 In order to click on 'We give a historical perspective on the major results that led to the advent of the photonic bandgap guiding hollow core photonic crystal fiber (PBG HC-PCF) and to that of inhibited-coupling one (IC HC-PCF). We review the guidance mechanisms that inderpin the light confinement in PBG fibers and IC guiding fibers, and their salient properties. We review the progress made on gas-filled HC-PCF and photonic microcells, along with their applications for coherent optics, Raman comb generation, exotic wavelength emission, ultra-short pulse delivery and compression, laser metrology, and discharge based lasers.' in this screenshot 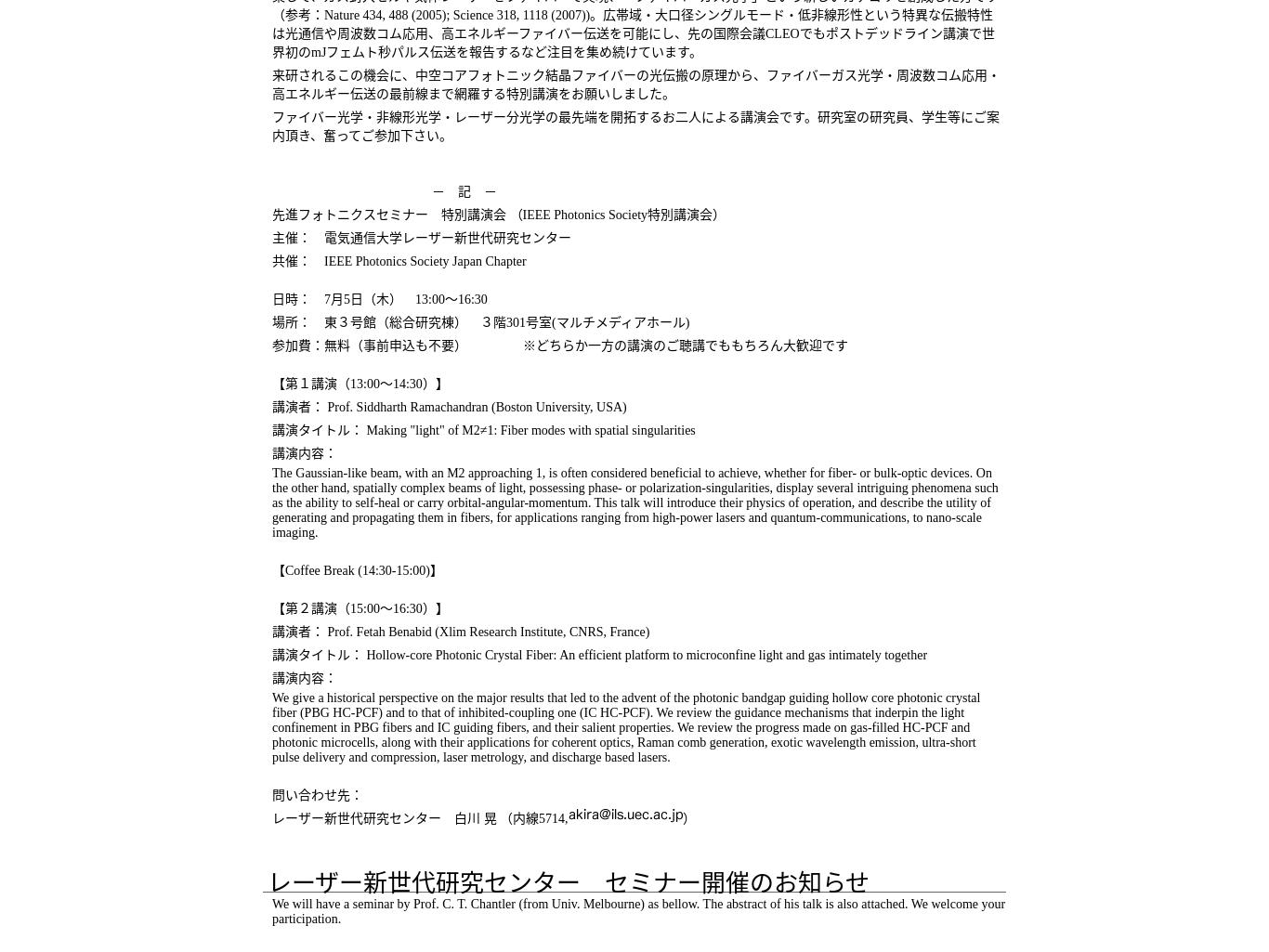, I will do `click(624, 727)`.